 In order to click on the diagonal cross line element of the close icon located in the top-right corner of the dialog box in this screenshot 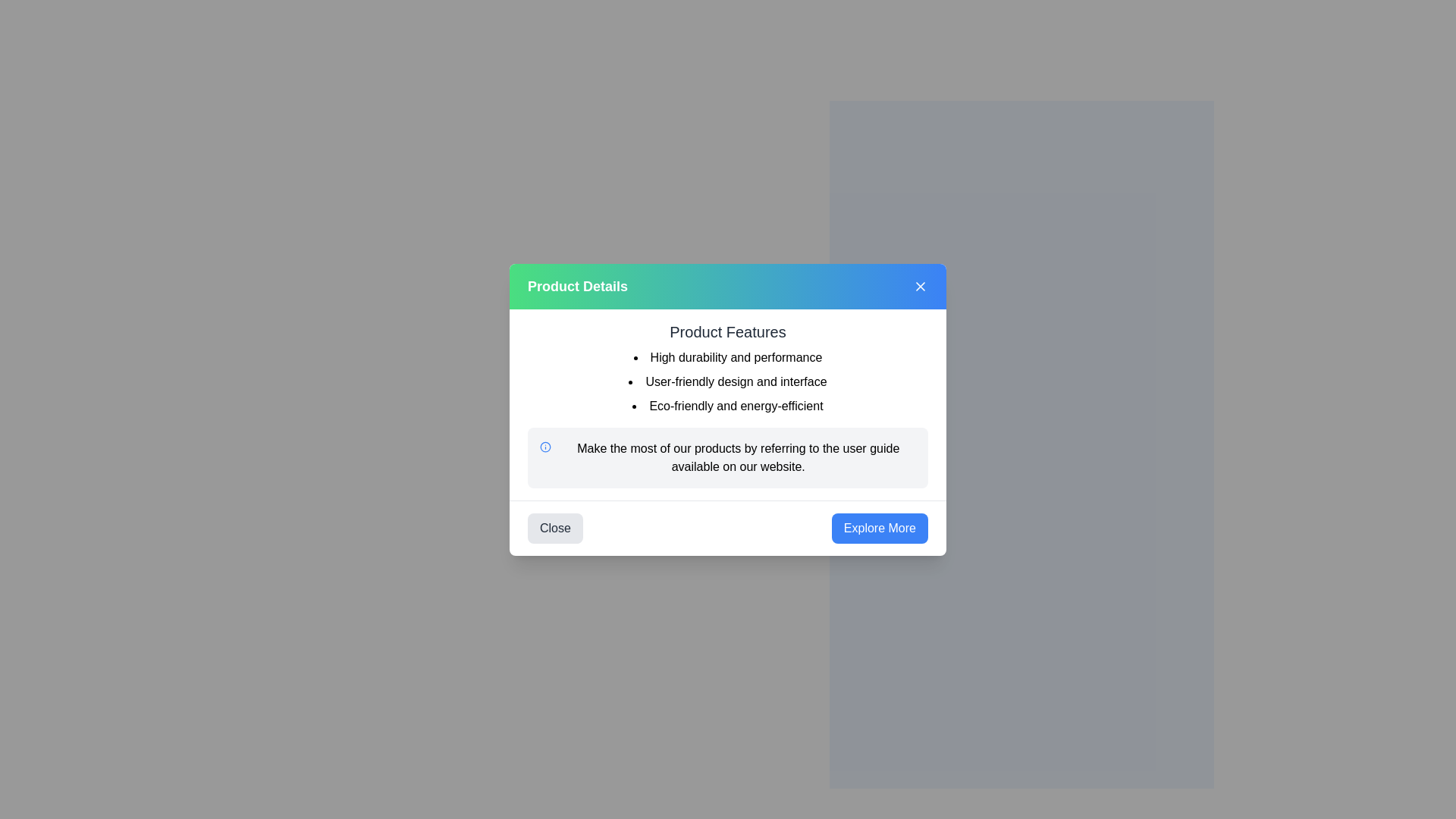, I will do `click(920, 286)`.